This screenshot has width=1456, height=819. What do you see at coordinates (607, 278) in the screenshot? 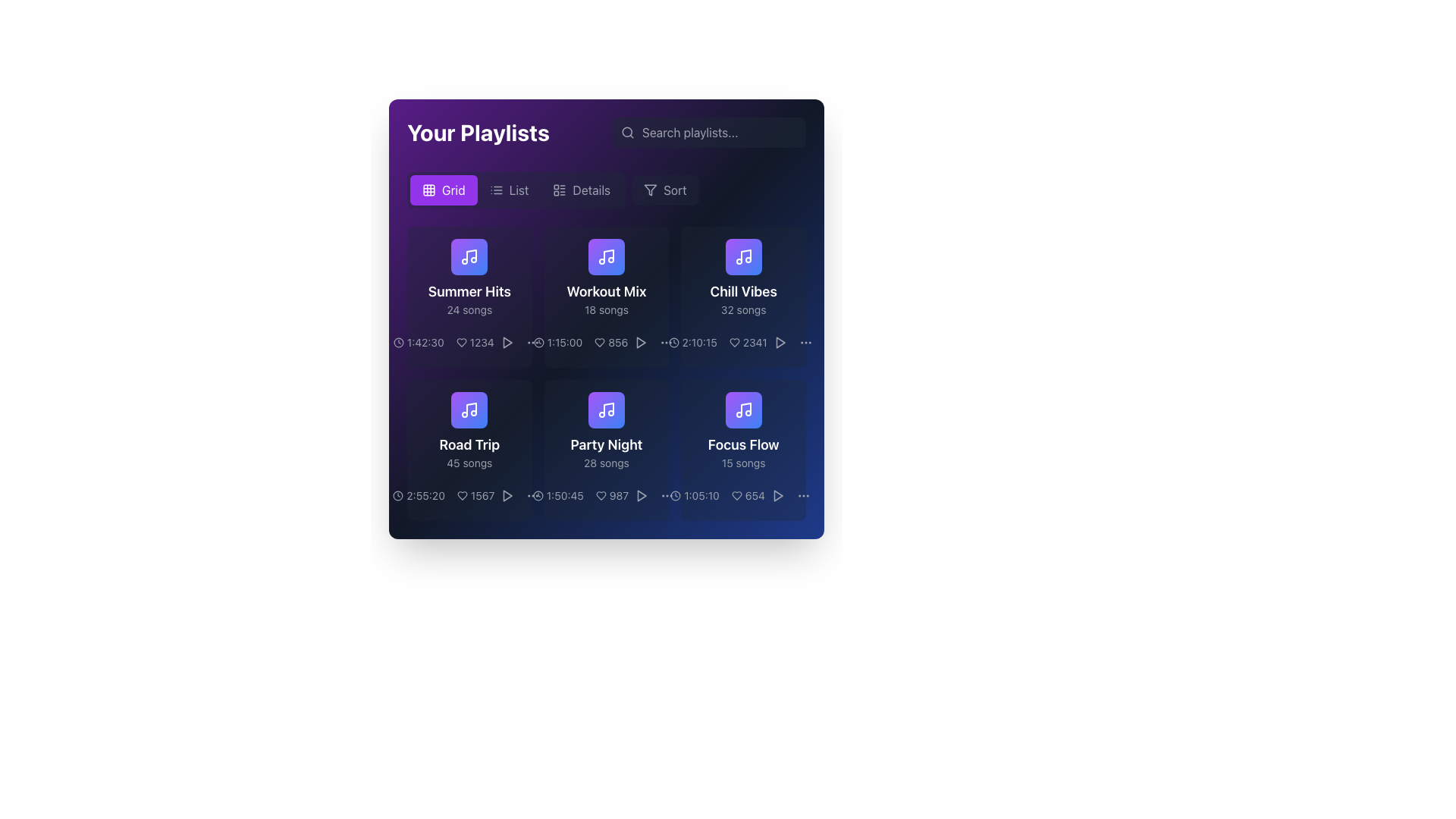
I see `the 'Workout Mix' playlist item to play the music contained within it` at bounding box center [607, 278].